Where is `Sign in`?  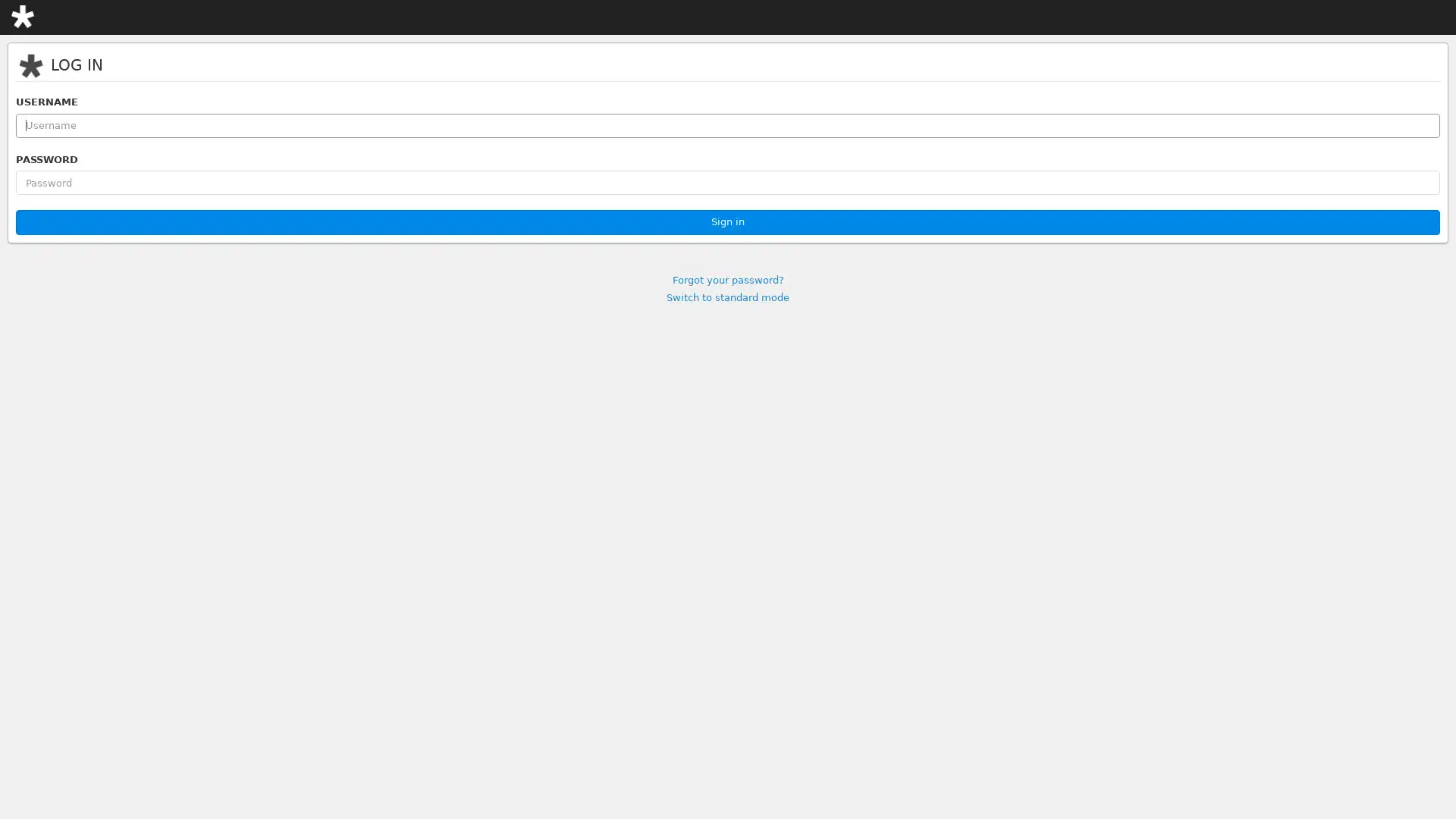
Sign in is located at coordinates (728, 222).